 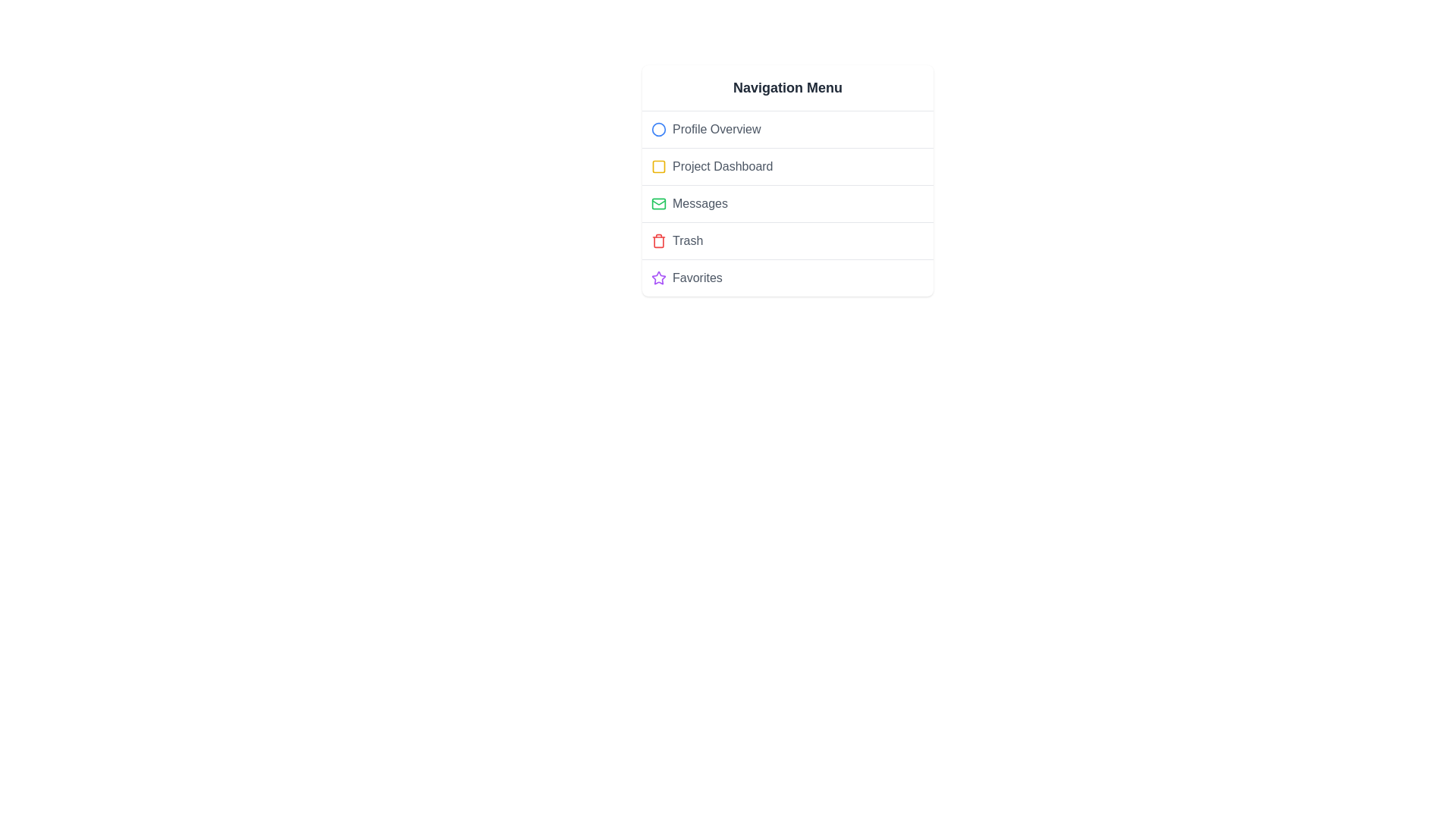 What do you see at coordinates (787, 128) in the screenshot?
I see `the menu item Profile Overview to view its hover effect` at bounding box center [787, 128].